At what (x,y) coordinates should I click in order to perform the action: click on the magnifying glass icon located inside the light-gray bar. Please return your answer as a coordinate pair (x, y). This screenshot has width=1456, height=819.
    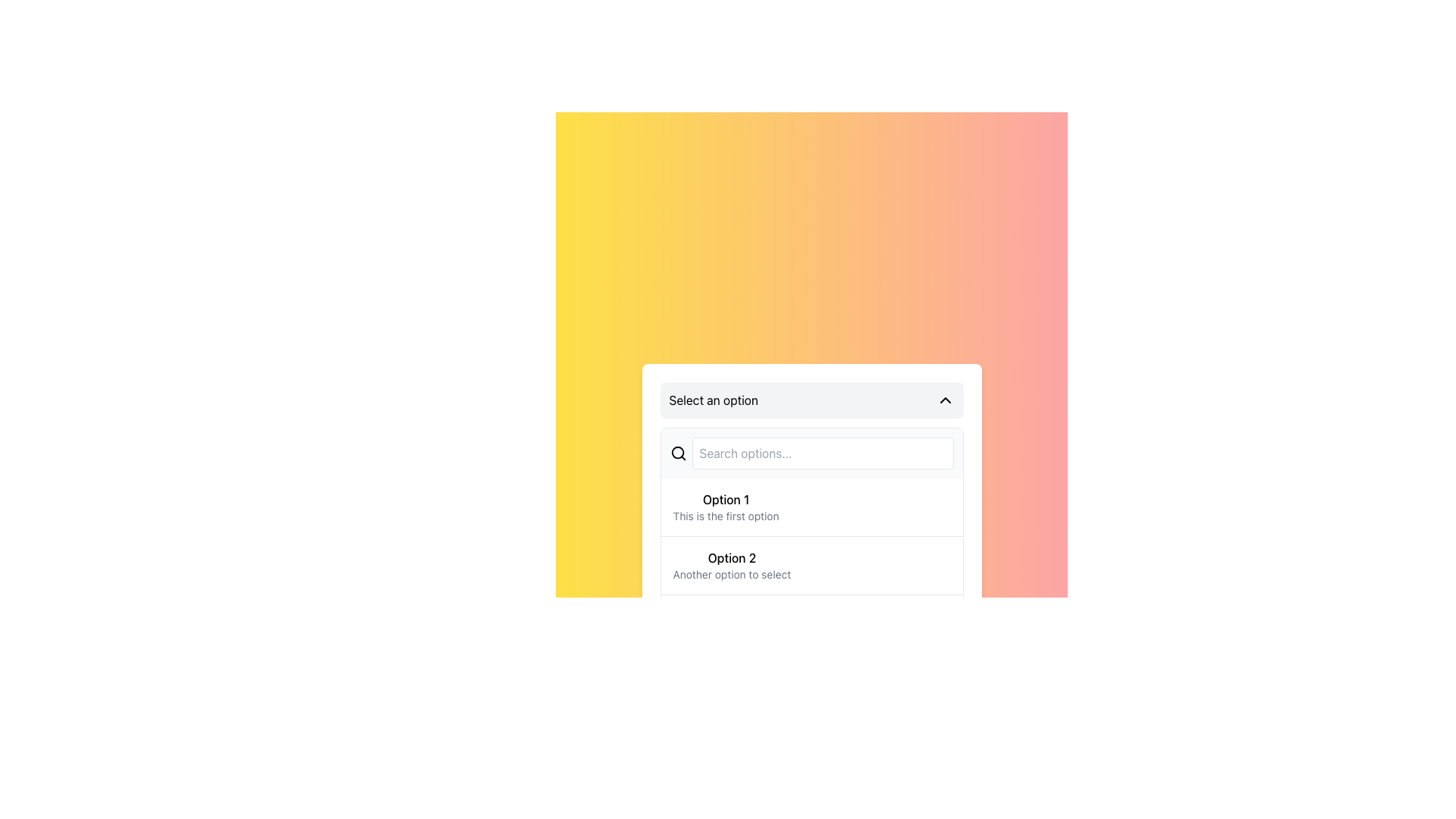
    Looking at the image, I should click on (677, 452).